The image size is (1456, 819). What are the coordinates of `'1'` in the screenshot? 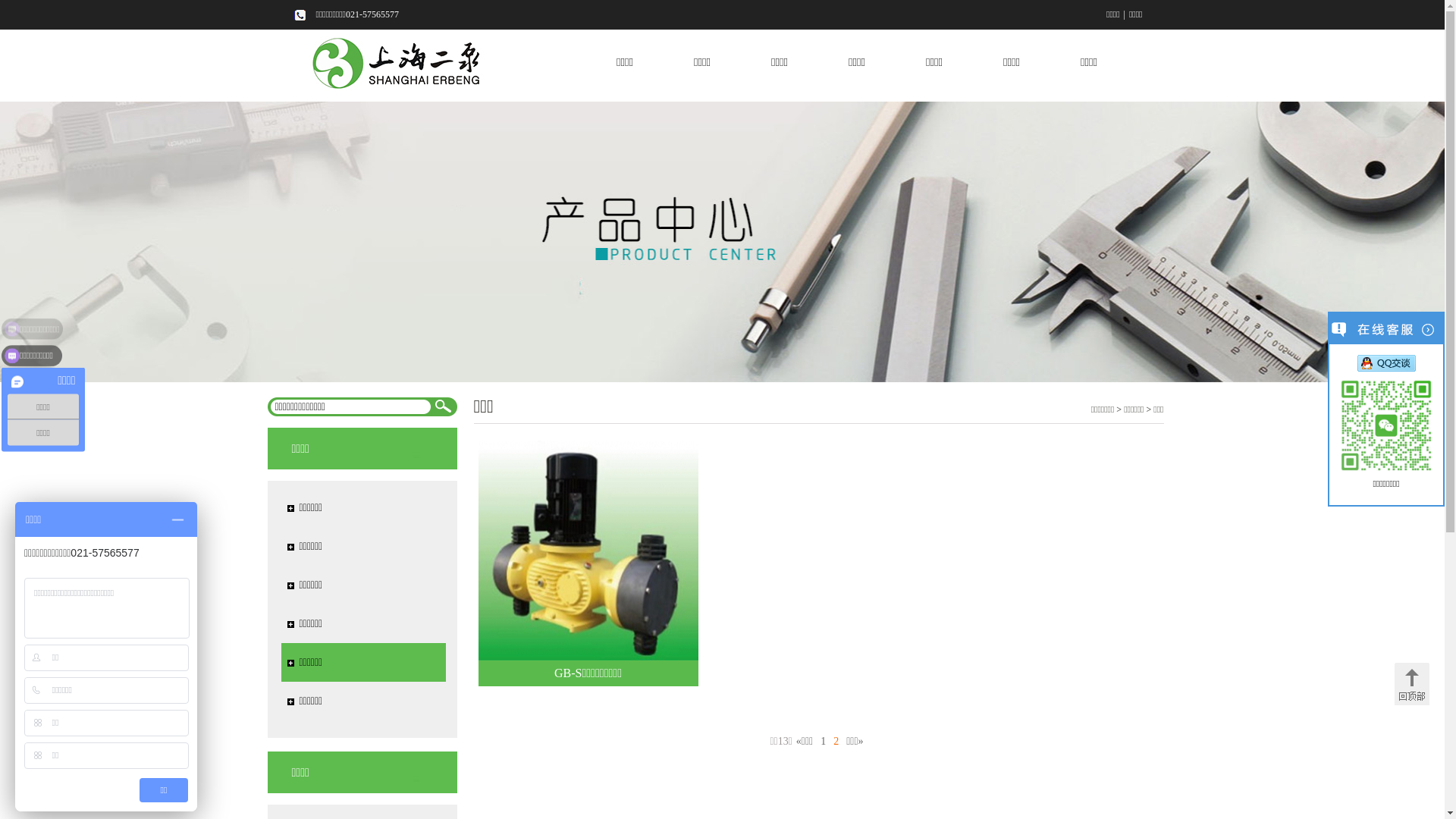 It's located at (822, 740).